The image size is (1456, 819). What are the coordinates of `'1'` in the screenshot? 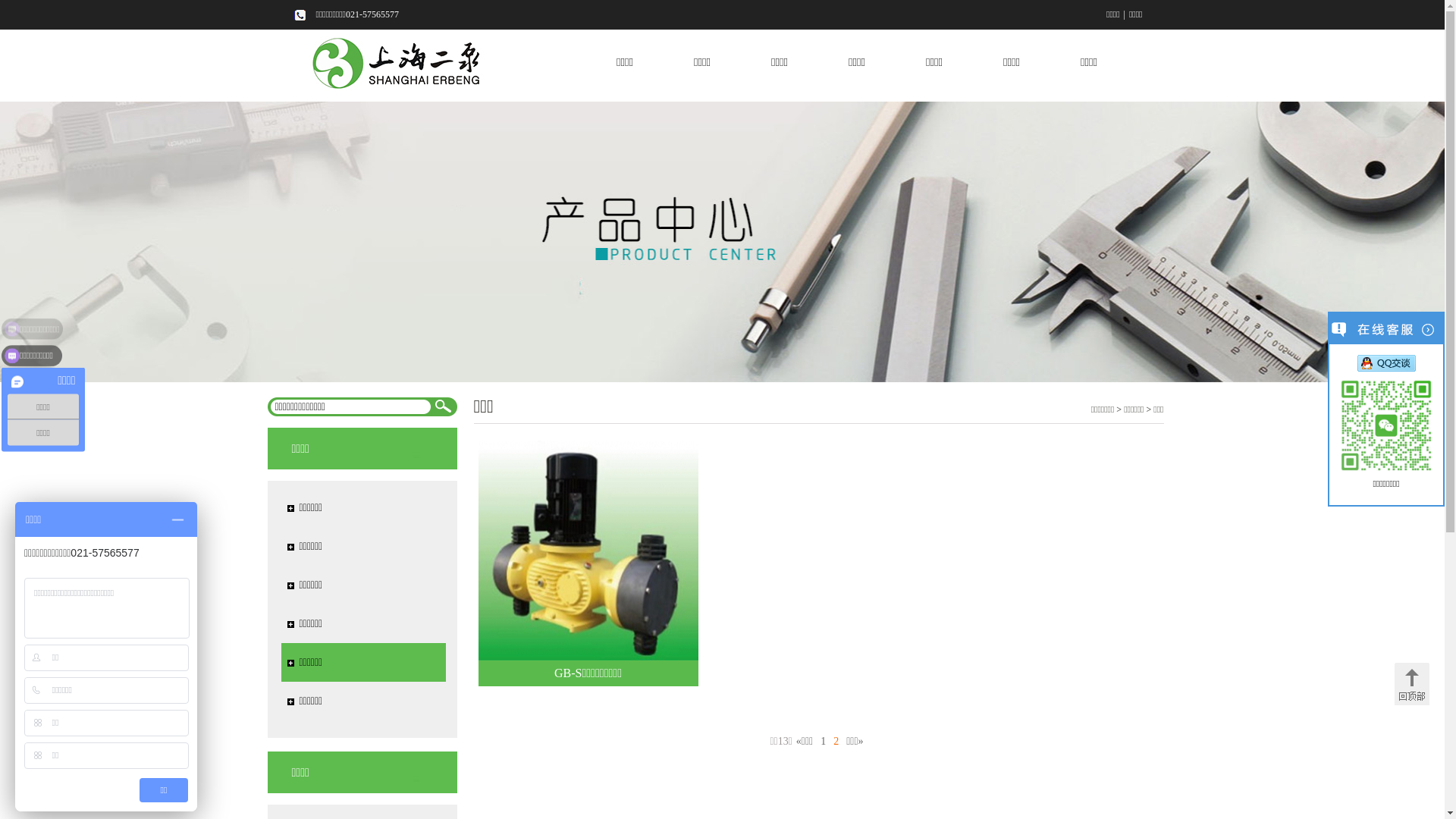 It's located at (822, 740).